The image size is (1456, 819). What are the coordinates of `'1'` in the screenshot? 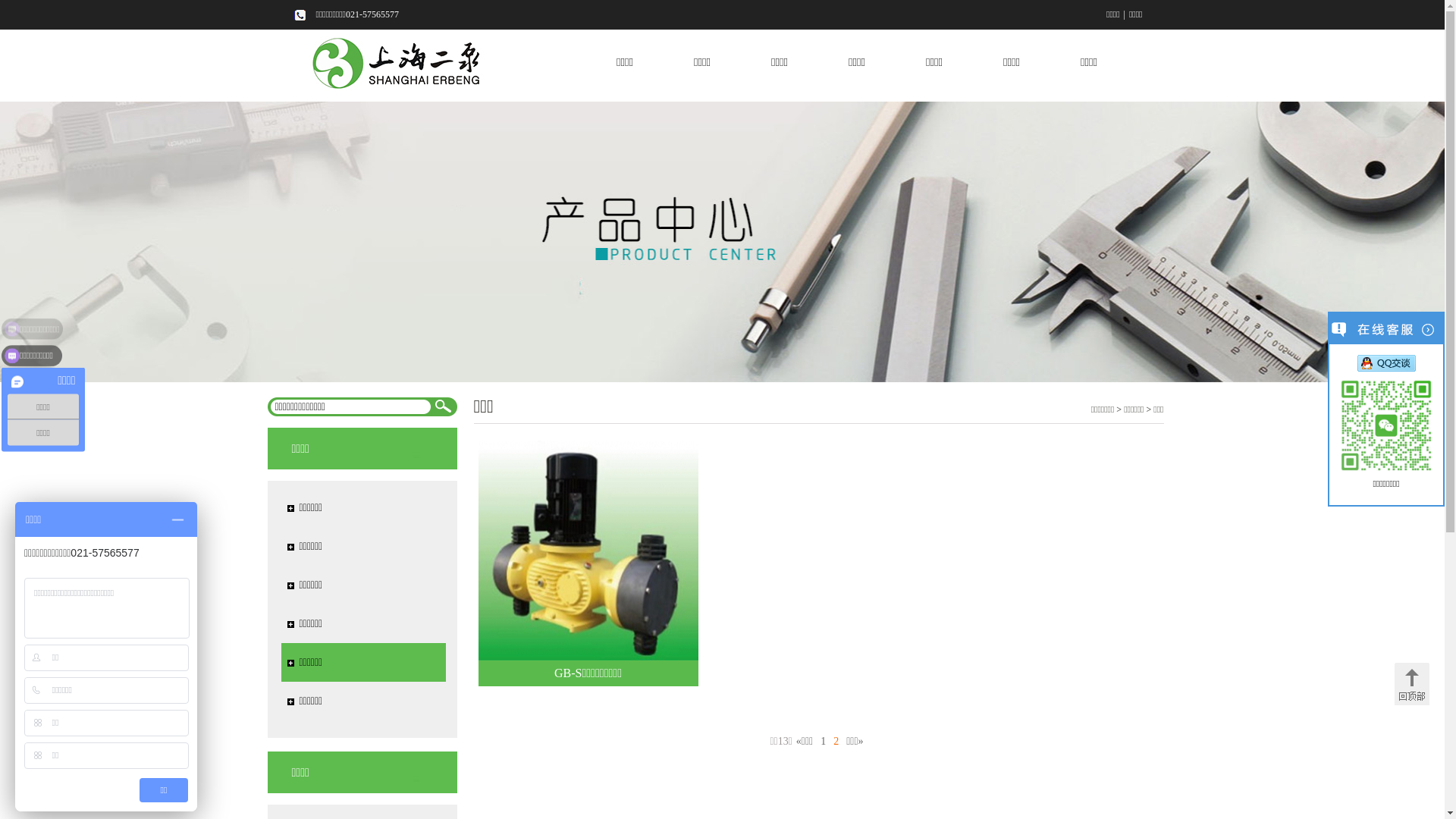 It's located at (822, 740).